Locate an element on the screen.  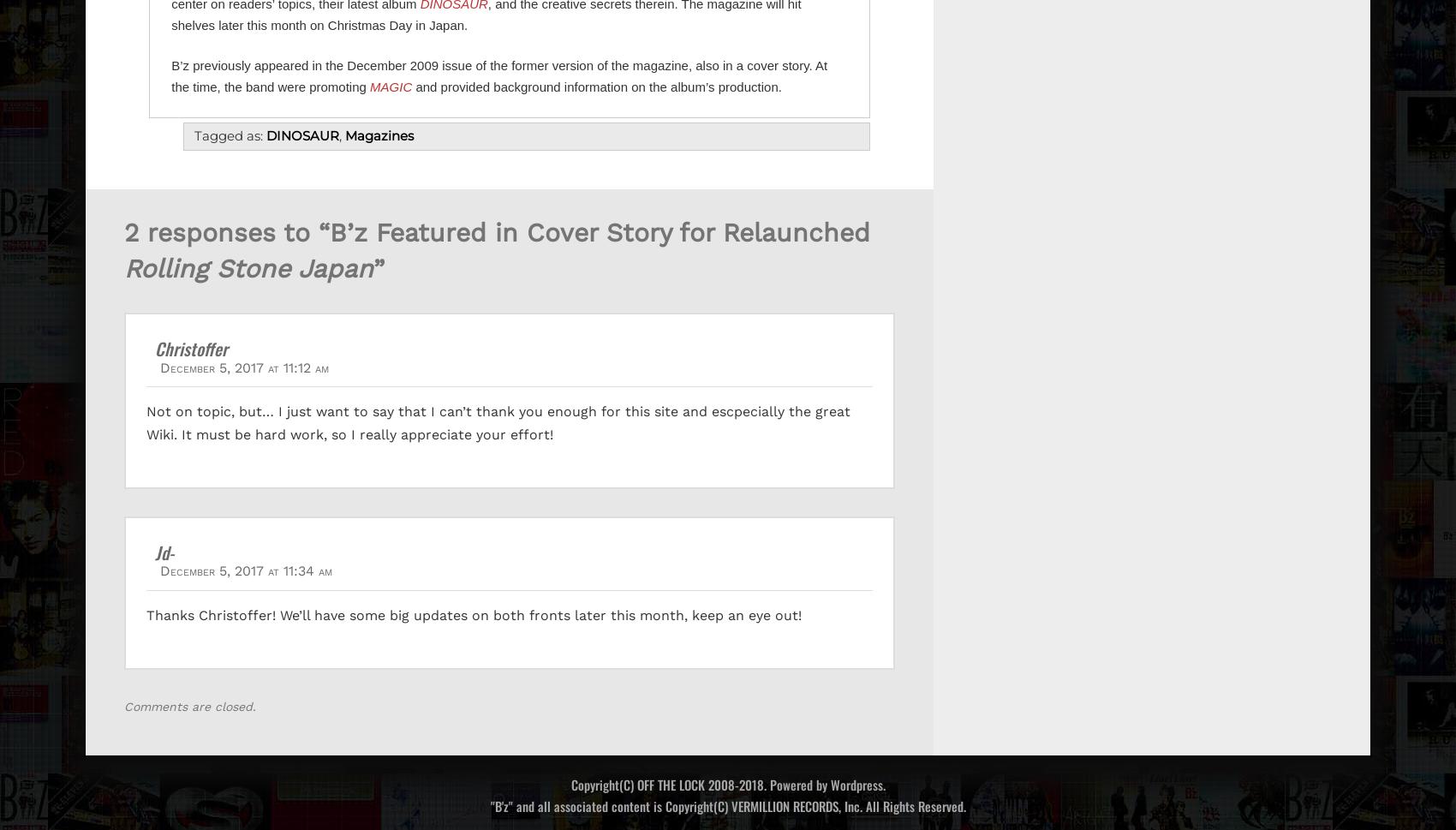
'Christoffer' is located at coordinates (154, 347).